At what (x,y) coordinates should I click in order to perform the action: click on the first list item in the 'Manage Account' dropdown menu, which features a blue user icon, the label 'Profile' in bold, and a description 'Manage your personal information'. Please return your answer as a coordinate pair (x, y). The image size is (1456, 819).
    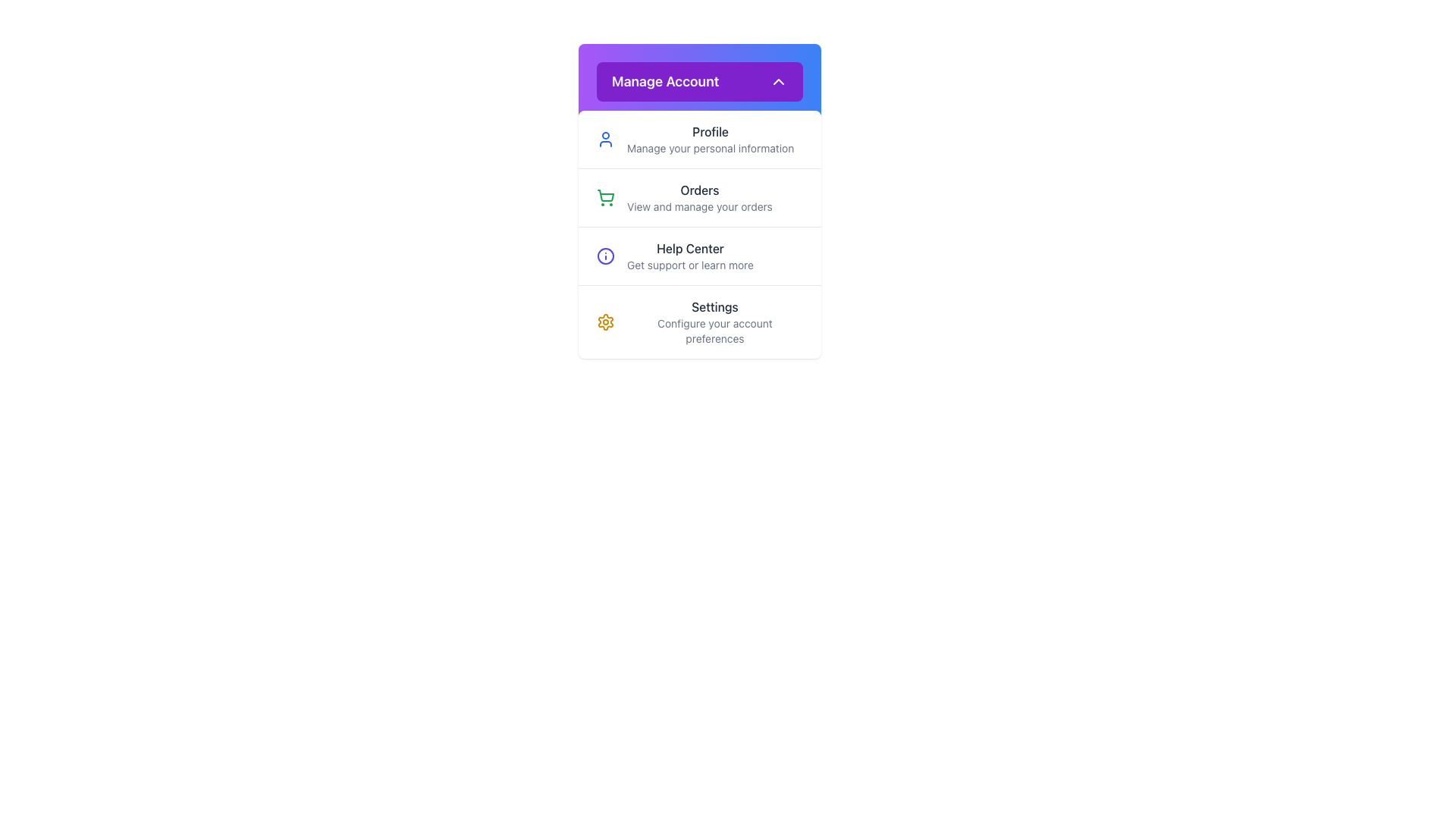
    Looking at the image, I should click on (698, 140).